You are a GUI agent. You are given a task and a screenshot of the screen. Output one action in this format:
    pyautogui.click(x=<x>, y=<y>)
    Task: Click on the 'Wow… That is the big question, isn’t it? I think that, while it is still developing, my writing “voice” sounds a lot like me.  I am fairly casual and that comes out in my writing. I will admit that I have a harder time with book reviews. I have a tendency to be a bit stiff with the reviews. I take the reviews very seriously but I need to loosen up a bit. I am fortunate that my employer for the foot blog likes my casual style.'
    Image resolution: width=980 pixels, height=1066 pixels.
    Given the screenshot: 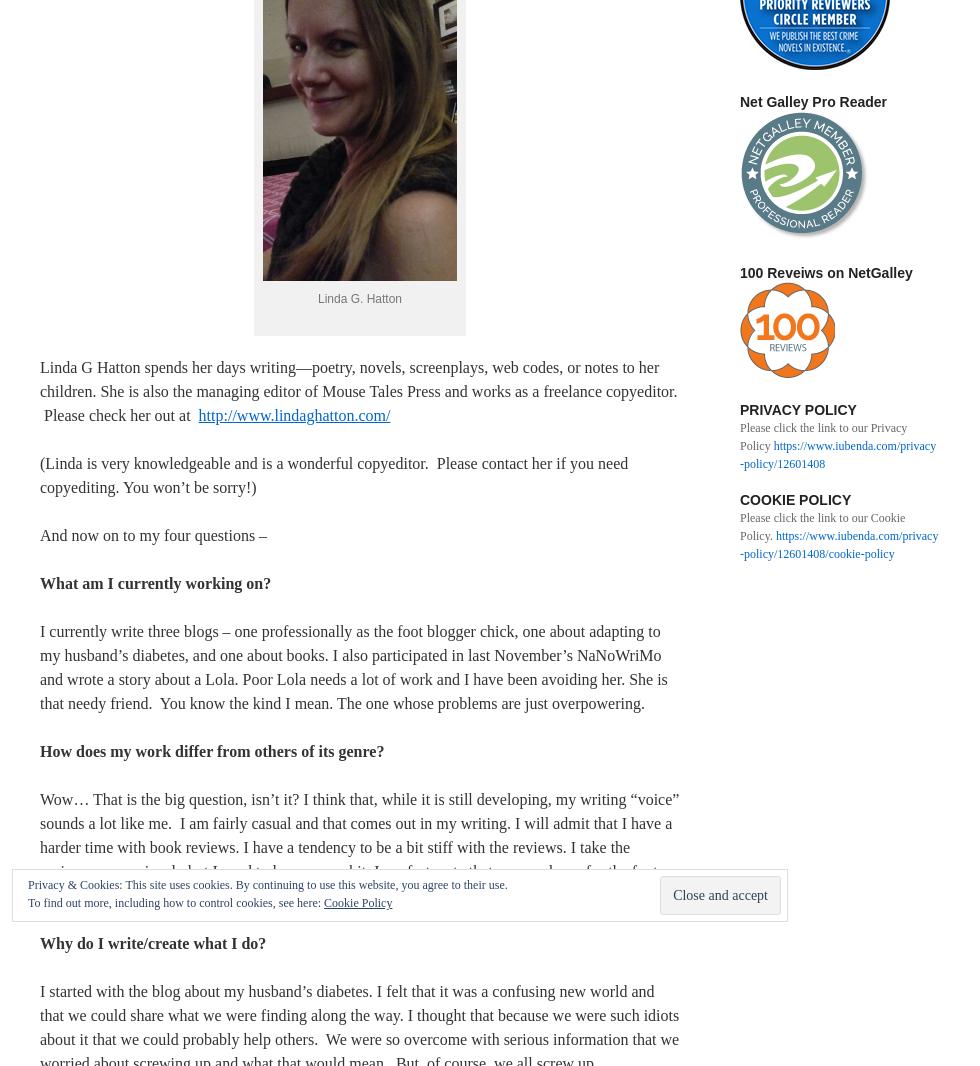 What is the action you would take?
    pyautogui.click(x=359, y=846)
    